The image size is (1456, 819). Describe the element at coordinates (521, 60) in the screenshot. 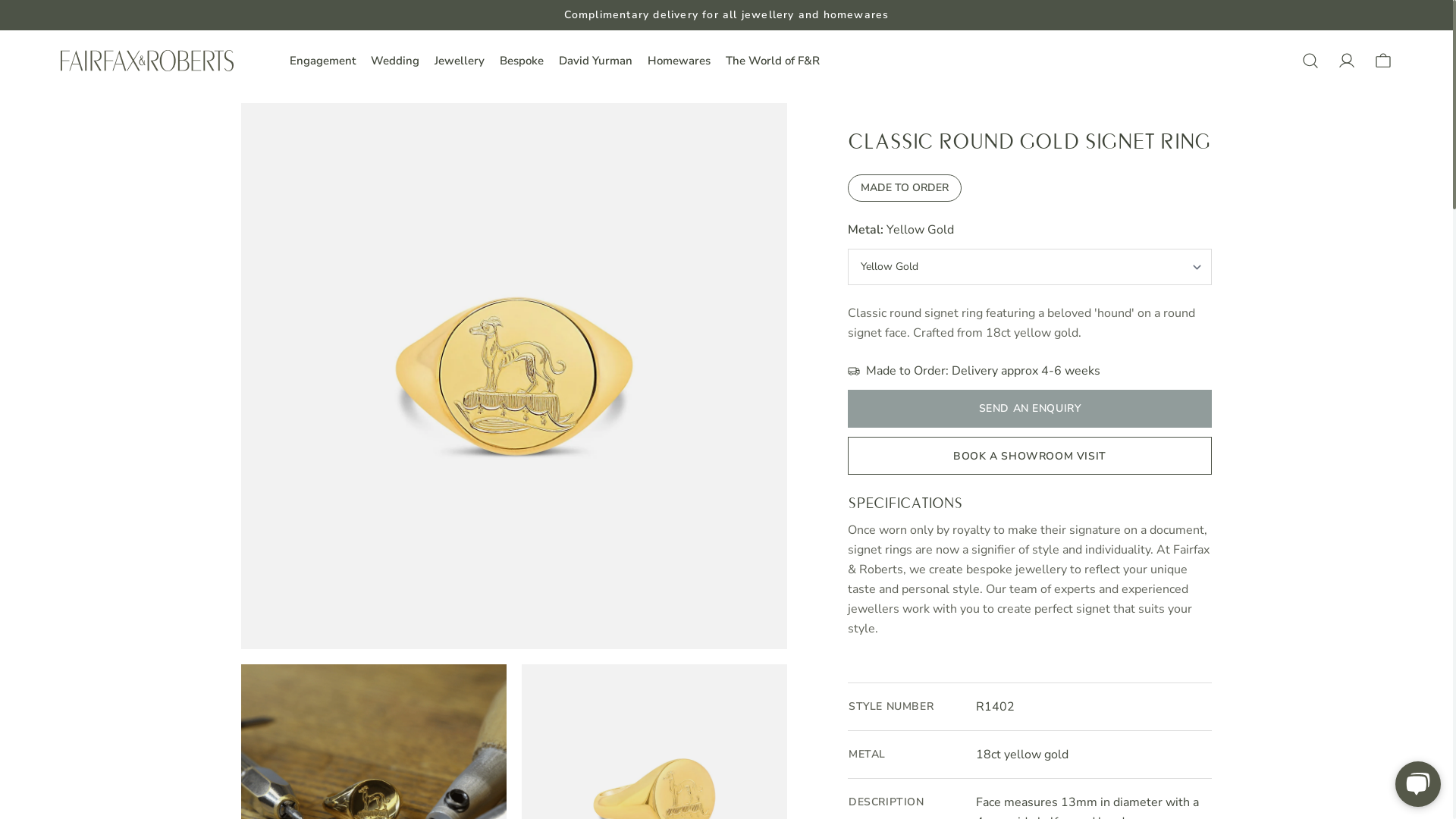

I see `'Bespoke'` at that location.